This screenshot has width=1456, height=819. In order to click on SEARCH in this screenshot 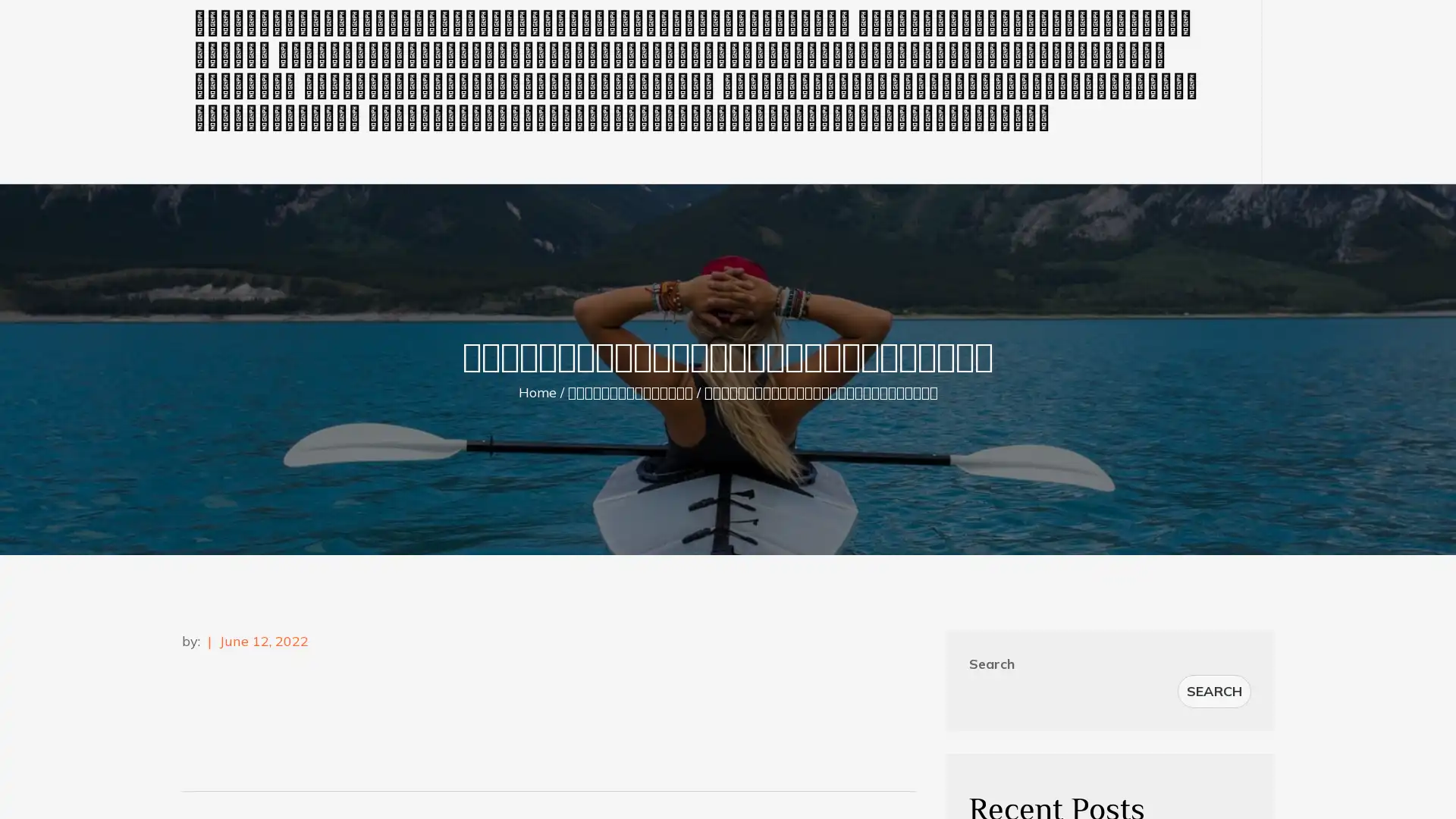, I will do `click(1214, 691)`.